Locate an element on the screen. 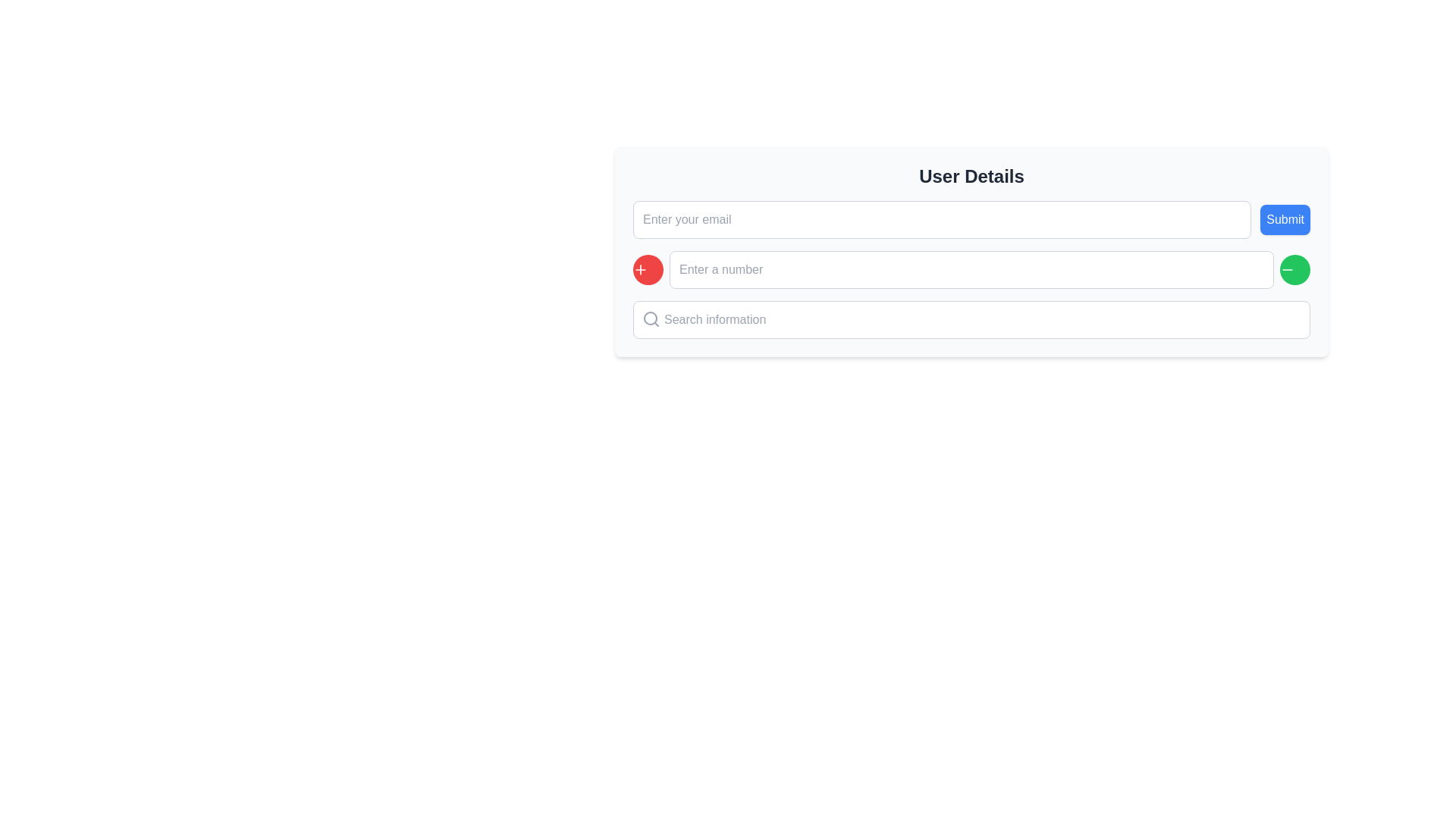 Image resolution: width=1456 pixels, height=819 pixels. the text input field for email entry located beneath the 'User Details' header is located at coordinates (971, 219).